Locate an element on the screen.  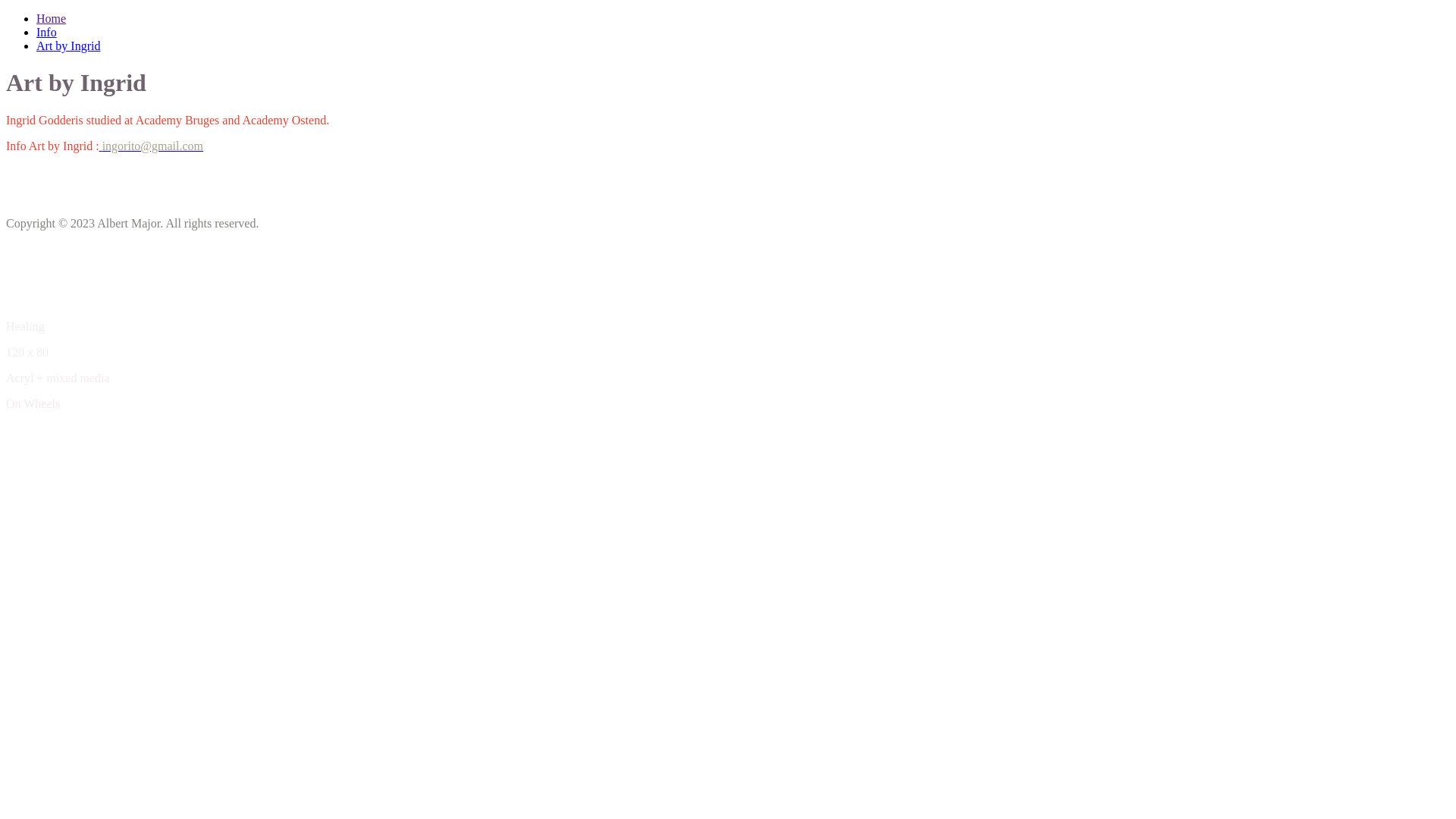
' ' is located at coordinates (100, 146).